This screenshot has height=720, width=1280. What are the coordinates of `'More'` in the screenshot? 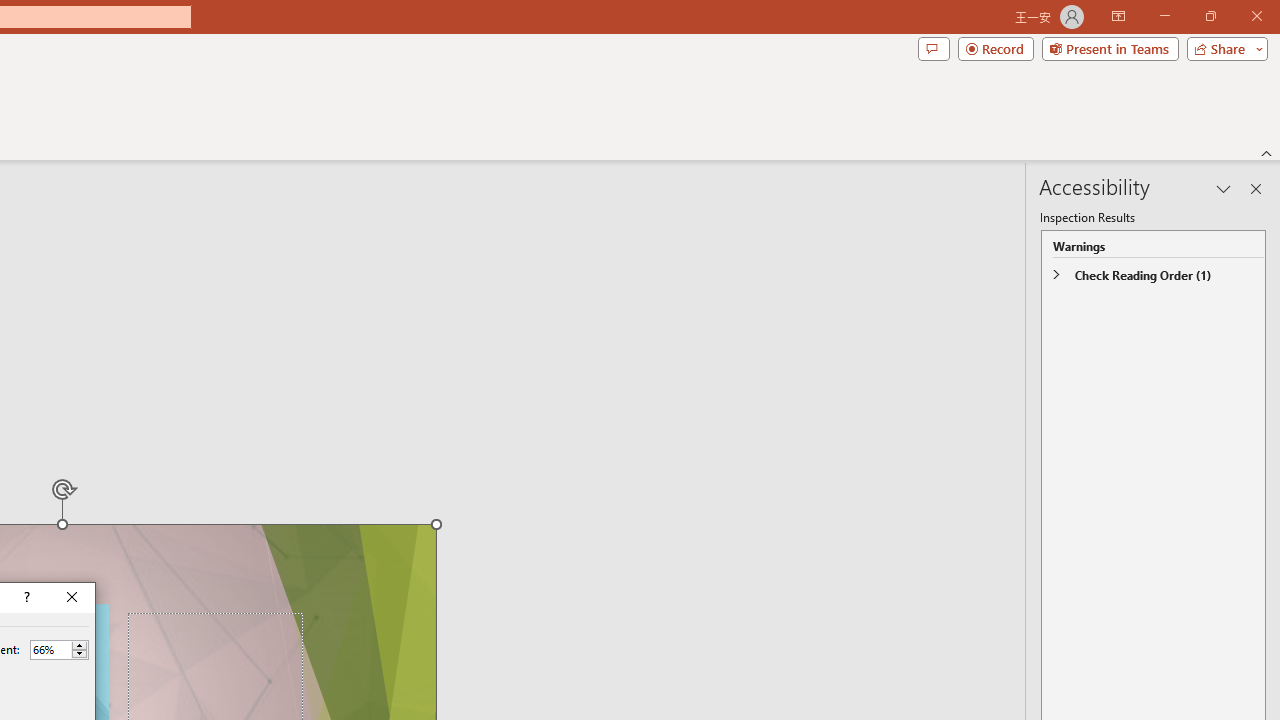 It's located at (79, 645).